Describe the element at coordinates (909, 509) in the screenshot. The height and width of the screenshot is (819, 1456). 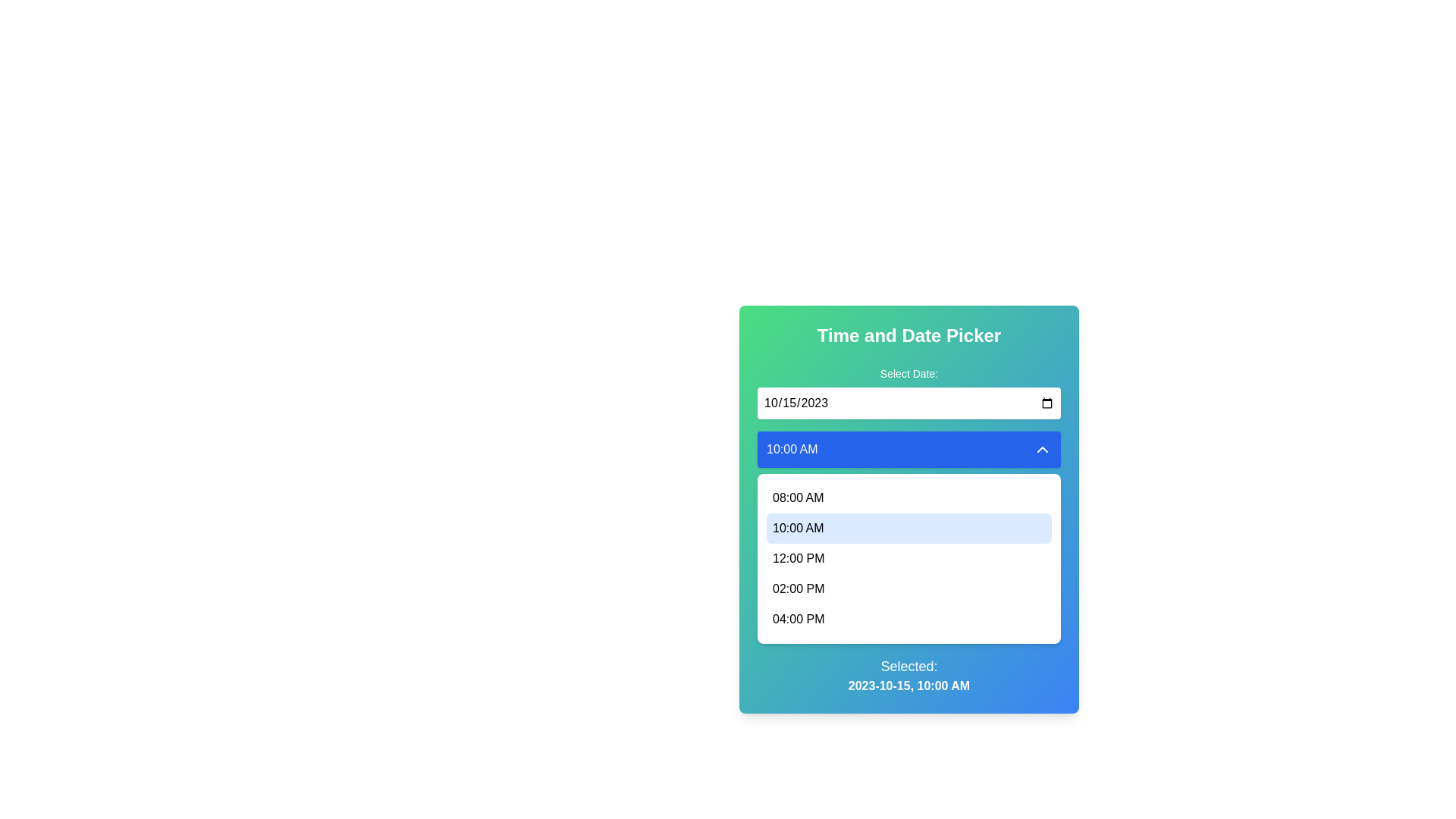
I see `the highlighted time slot '10:00 AM' in the dropdown list under the 'Time and Date Picker' section` at that location.